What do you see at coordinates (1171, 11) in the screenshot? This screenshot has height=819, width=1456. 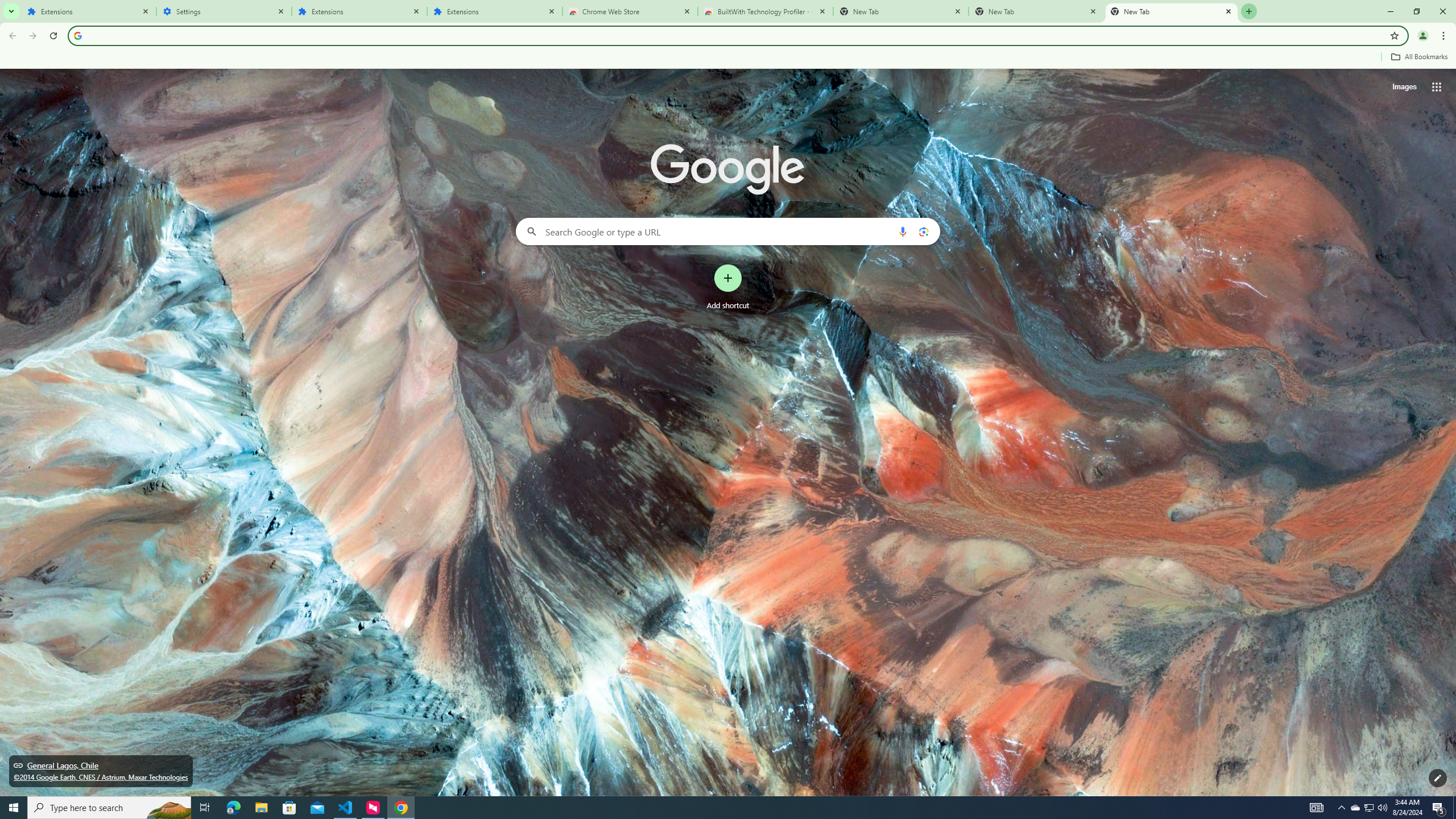 I see `'New Tab'` at bounding box center [1171, 11].